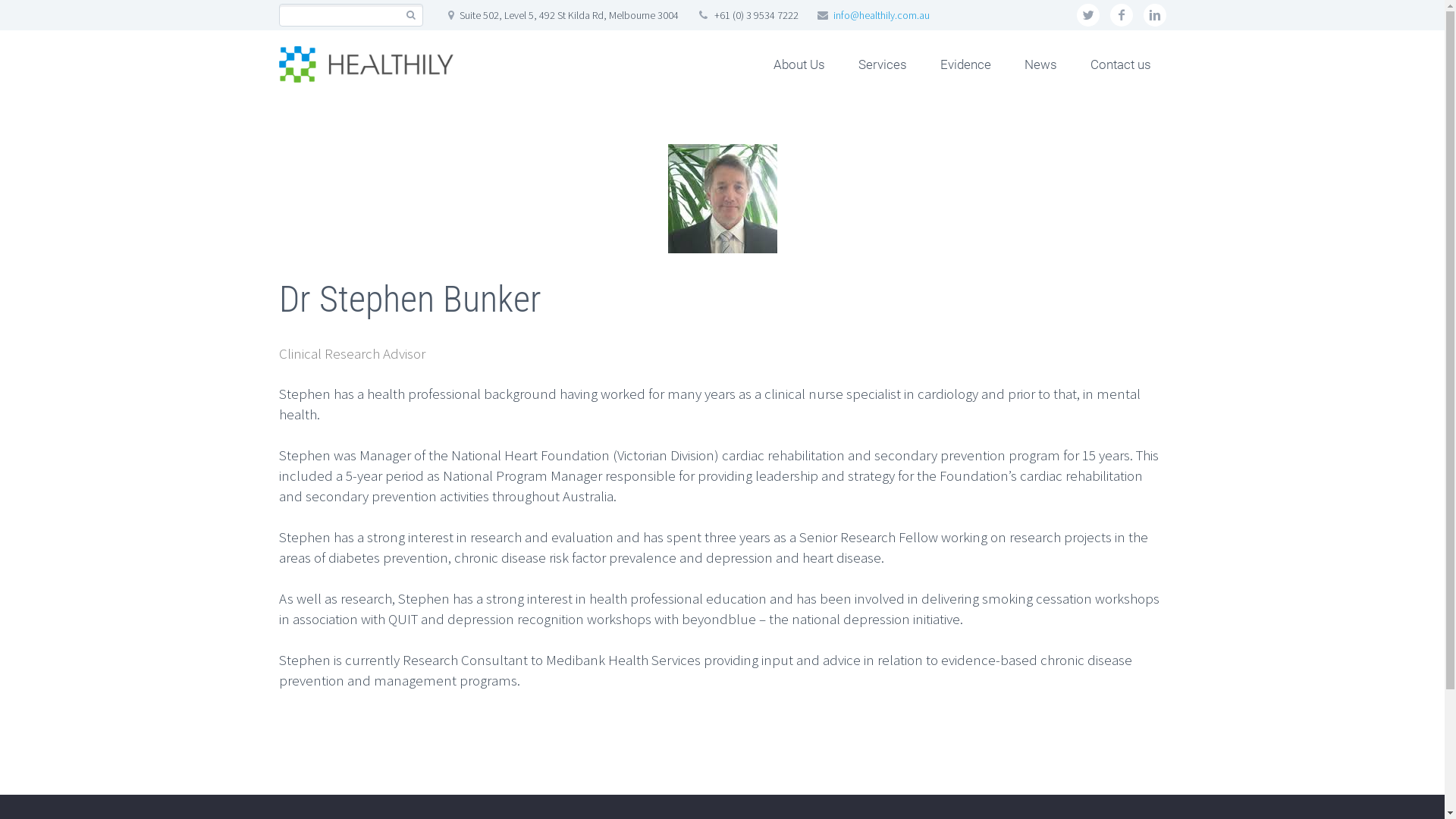 The image size is (1456, 819). Describe the element at coordinates (882, 63) in the screenshot. I see `'Services'` at that location.